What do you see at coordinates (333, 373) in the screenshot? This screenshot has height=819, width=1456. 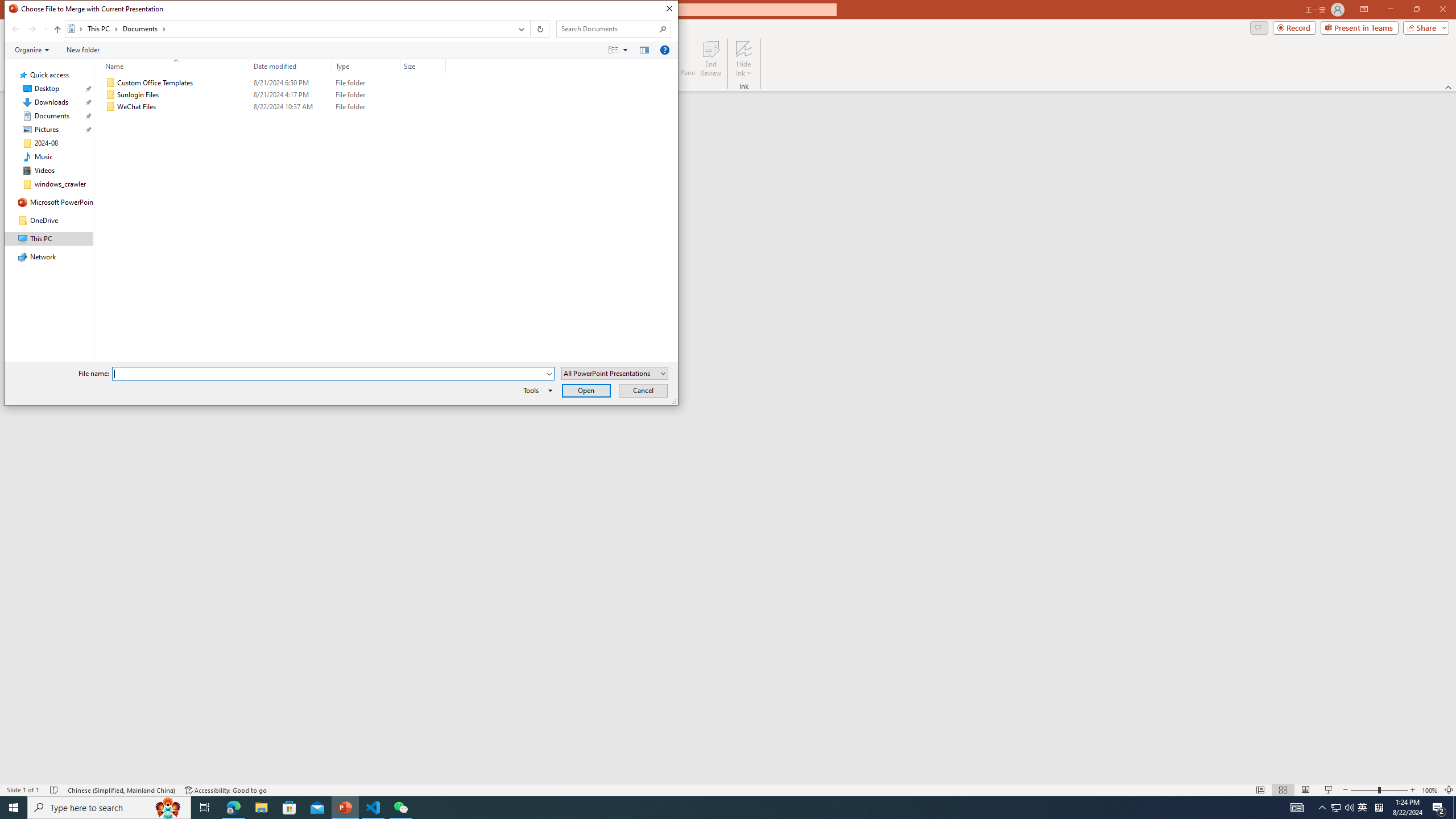 I see `'File name:'` at bounding box center [333, 373].